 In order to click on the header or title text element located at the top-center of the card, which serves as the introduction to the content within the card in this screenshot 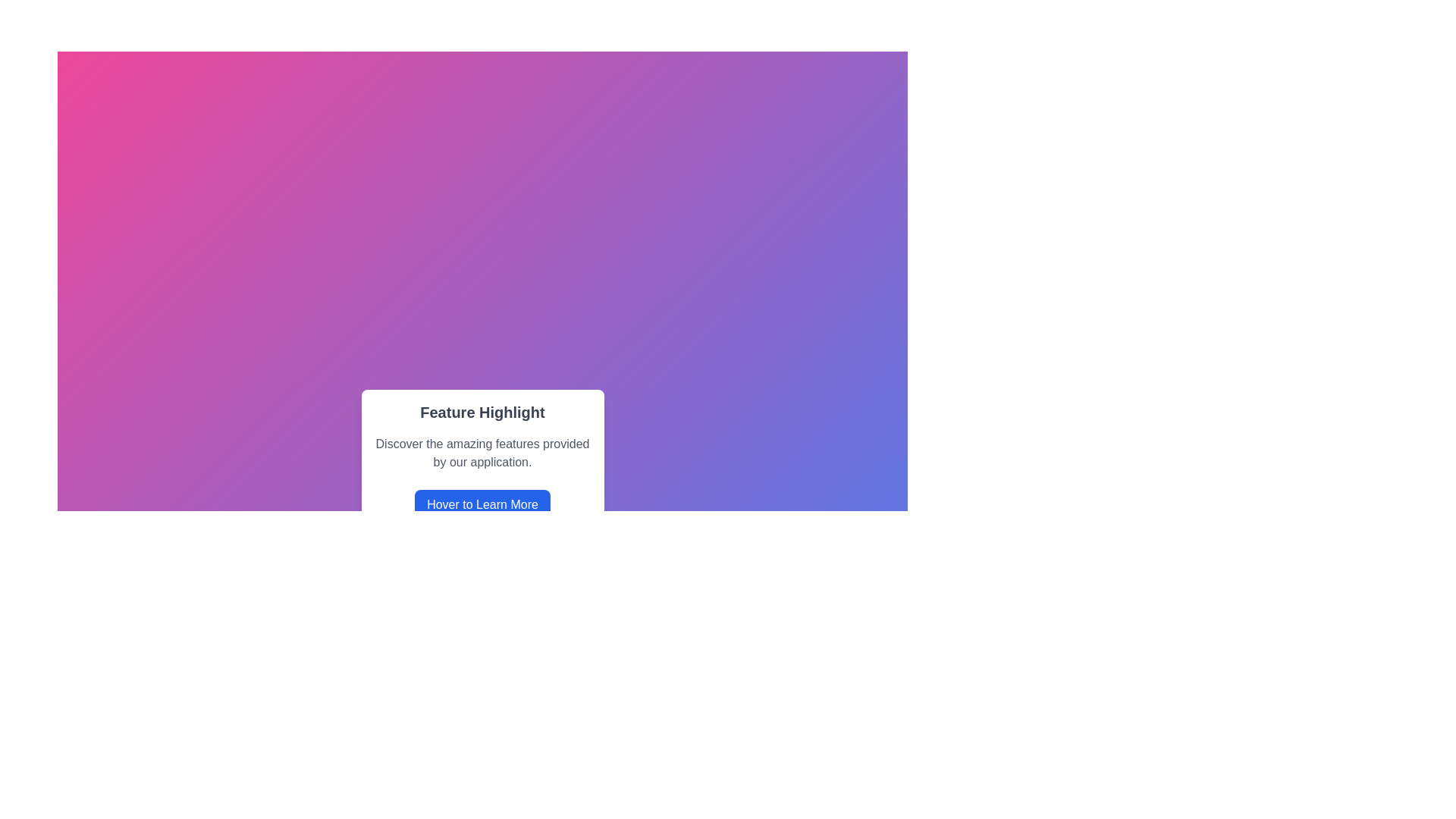, I will do `click(482, 412)`.